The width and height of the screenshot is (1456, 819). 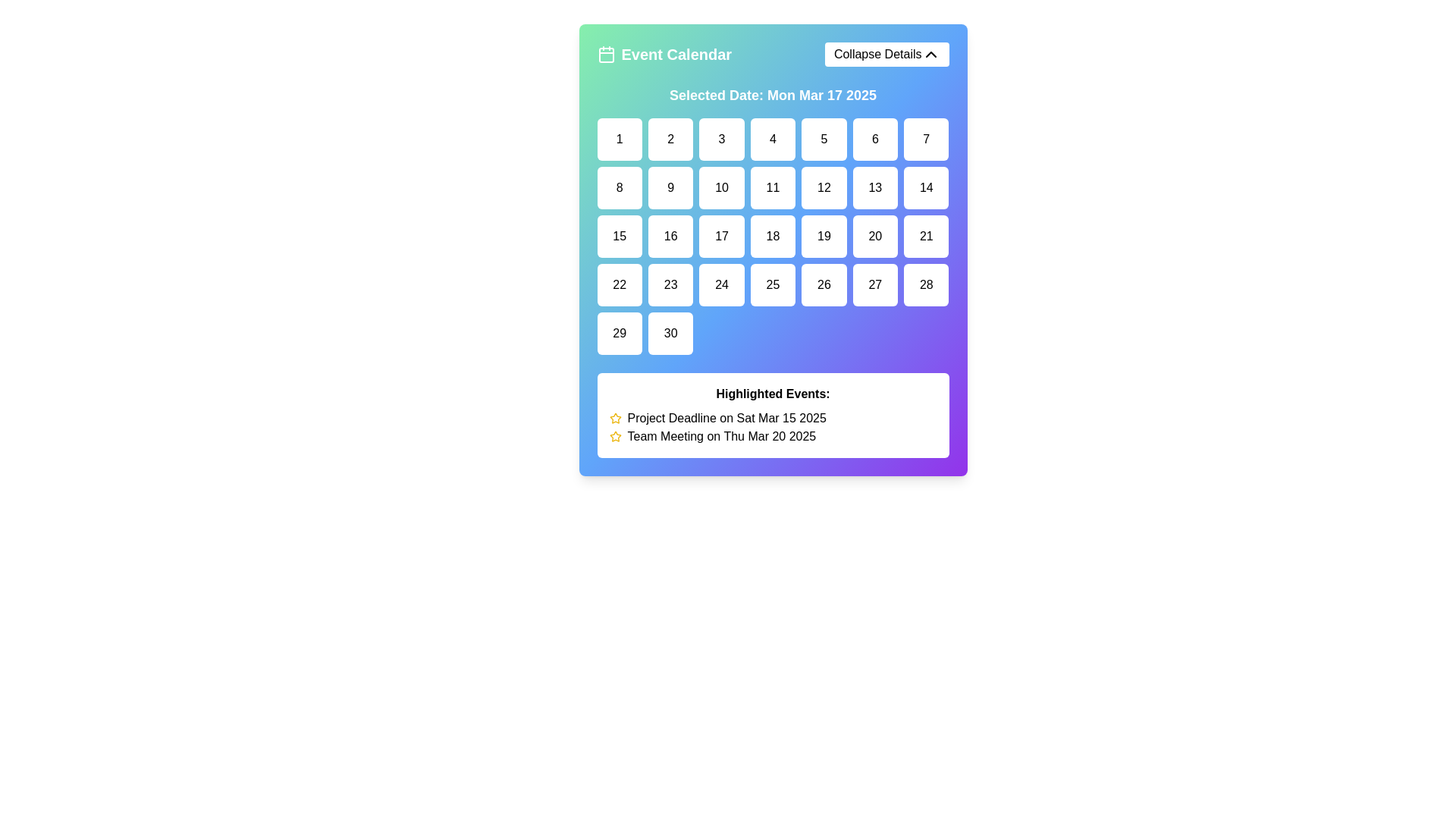 I want to click on the calendar grid cell displaying the number '8', so click(x=620, y=187).